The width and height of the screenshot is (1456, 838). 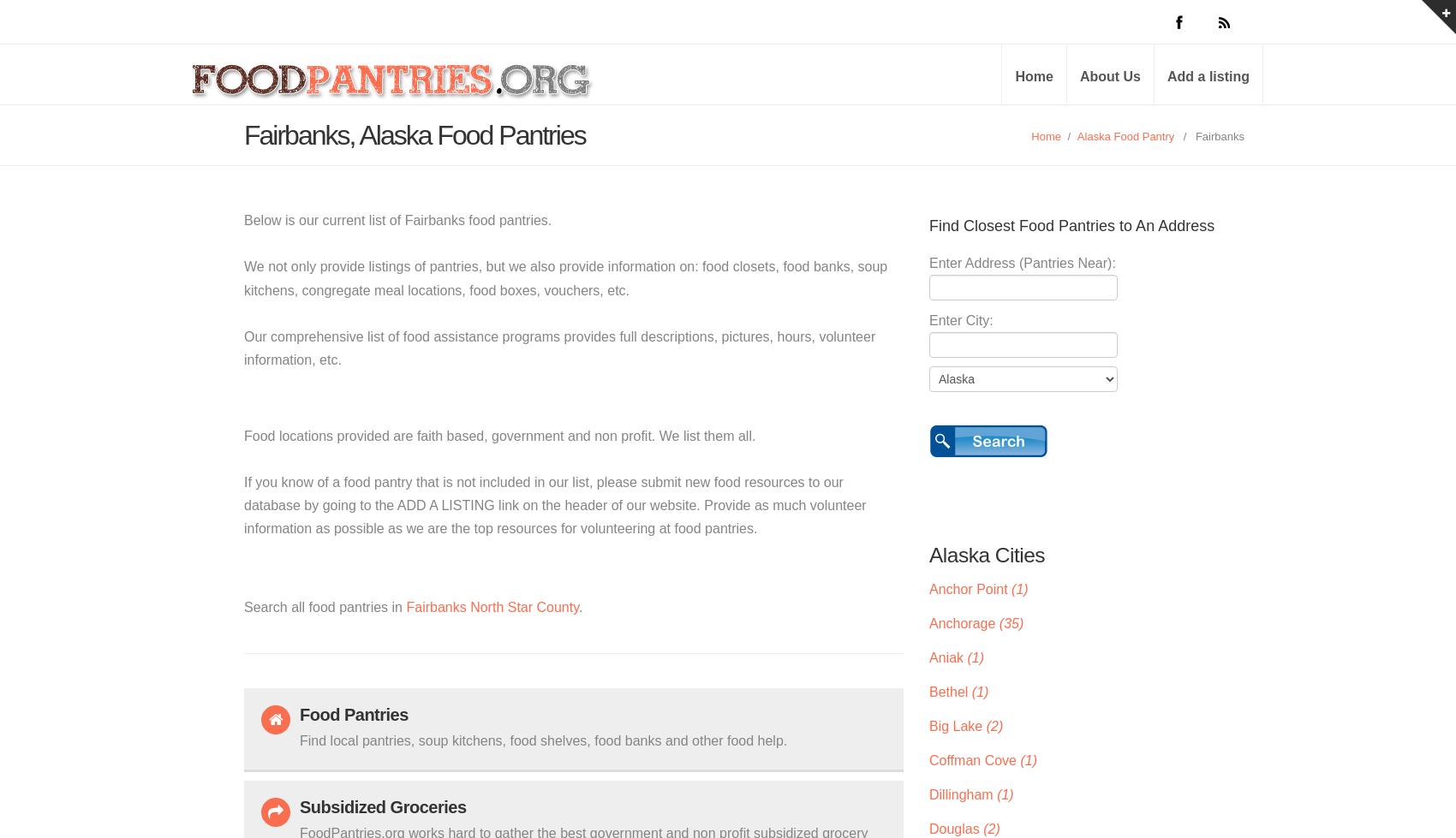 What do you see at coordinates (928, 724) in the screenshot?
I see `'Big Lake'` at bounding box center [928, 724].